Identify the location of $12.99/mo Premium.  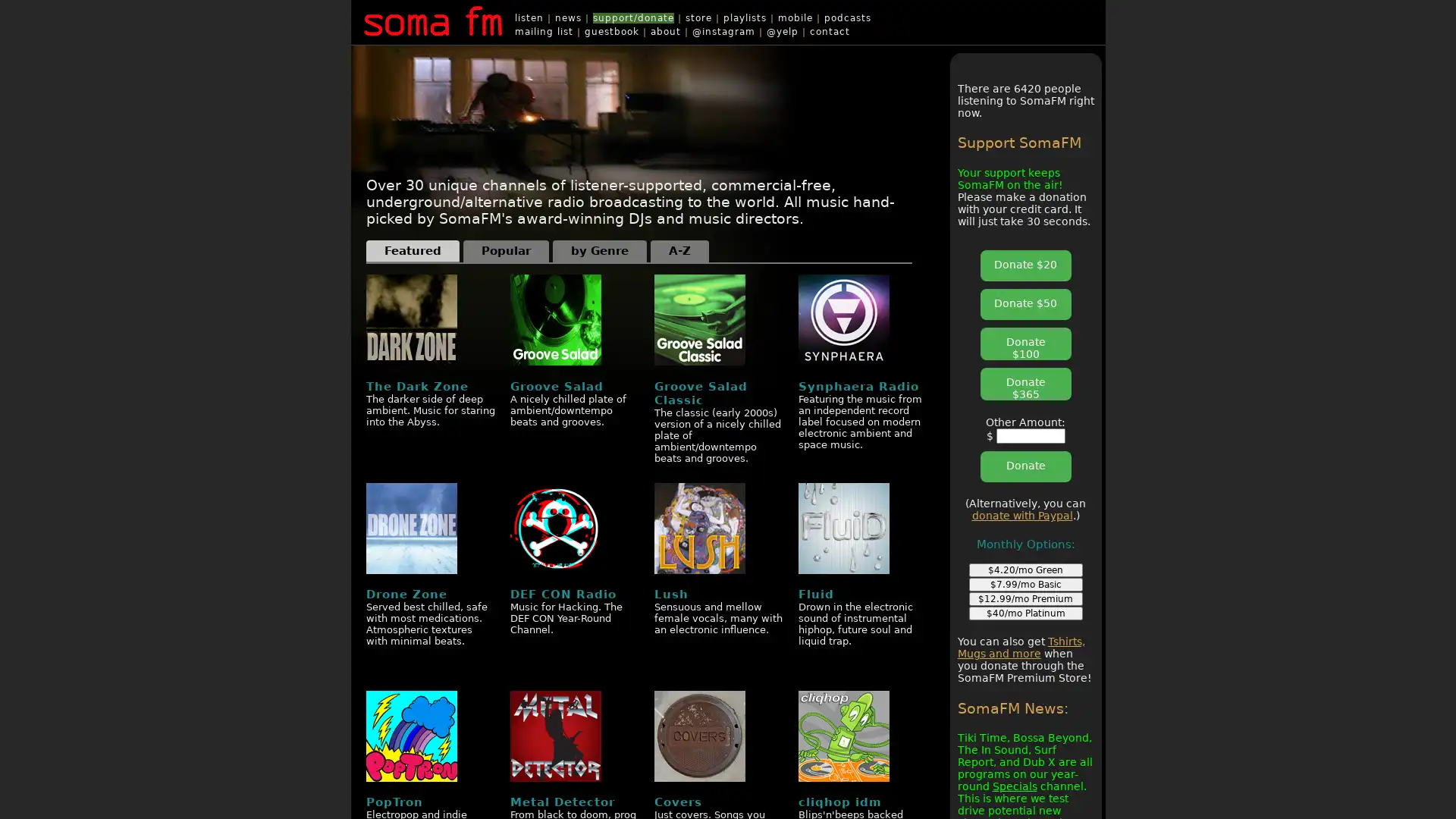
(1025, 598).